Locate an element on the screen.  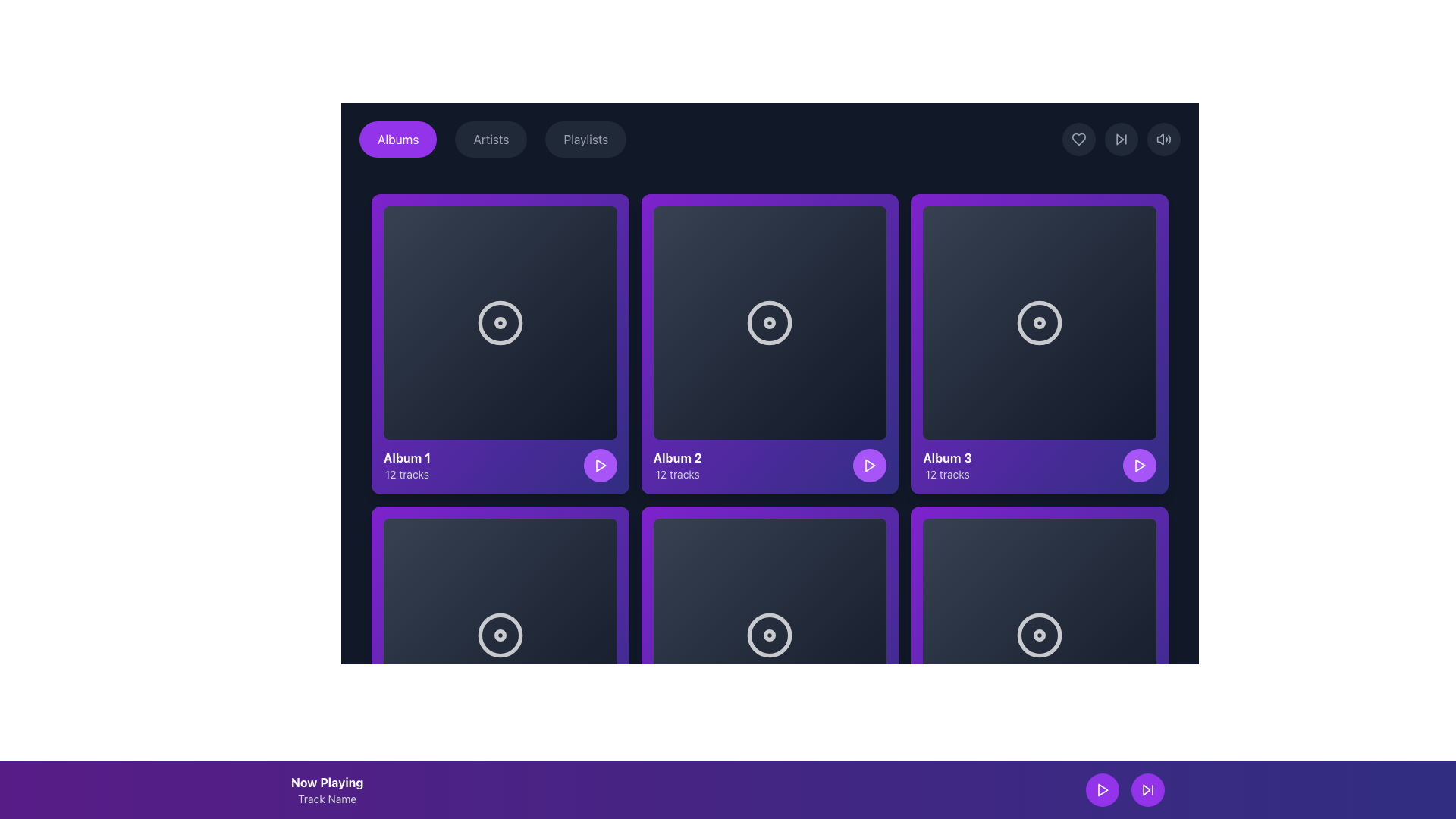
the play button located at the bottom-right of the card labeled 'Album 2' to initiate playback is located at coordinates (600, 464).